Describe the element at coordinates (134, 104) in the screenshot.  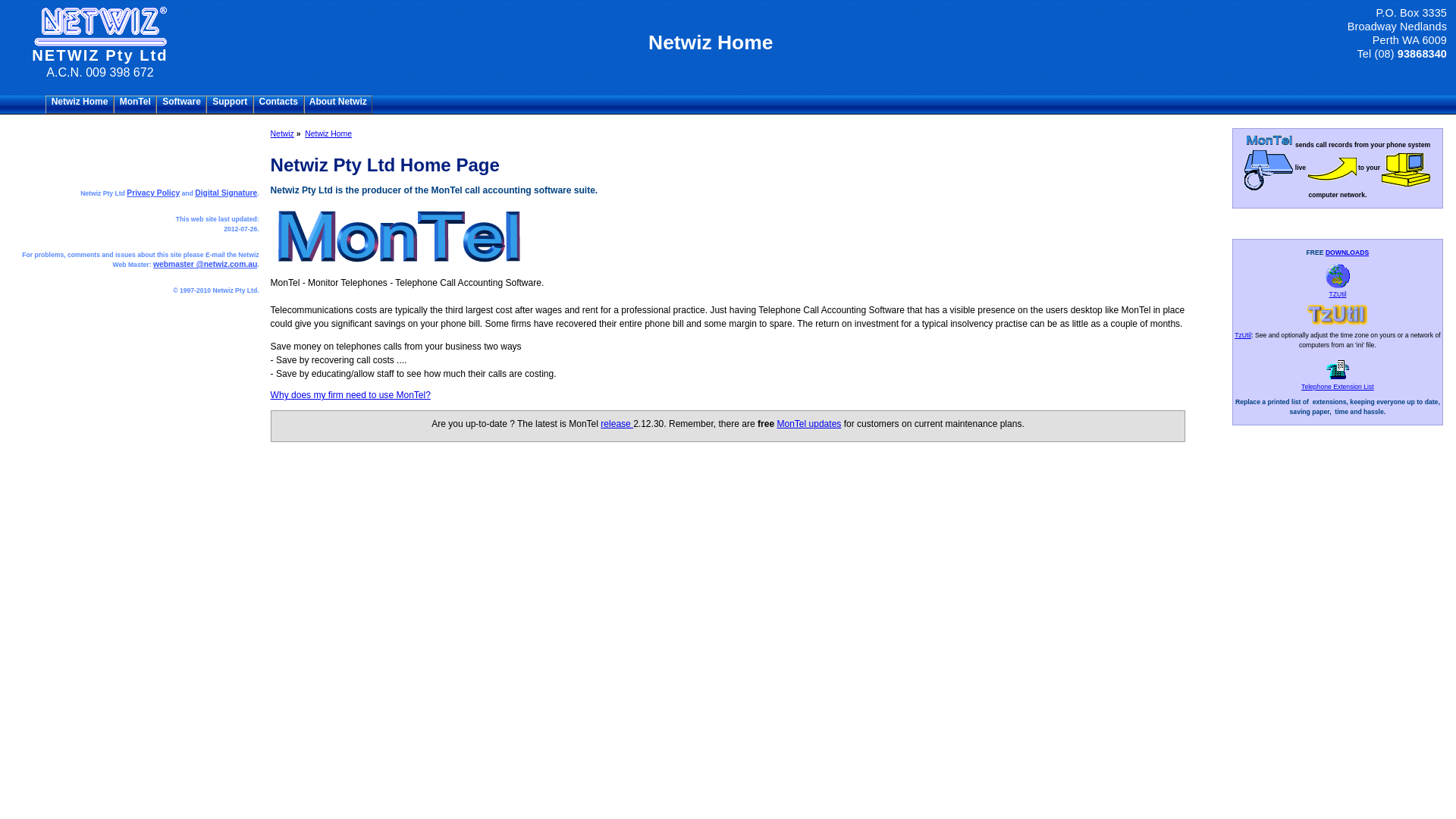
I see `'  MonTel  '` at that location.